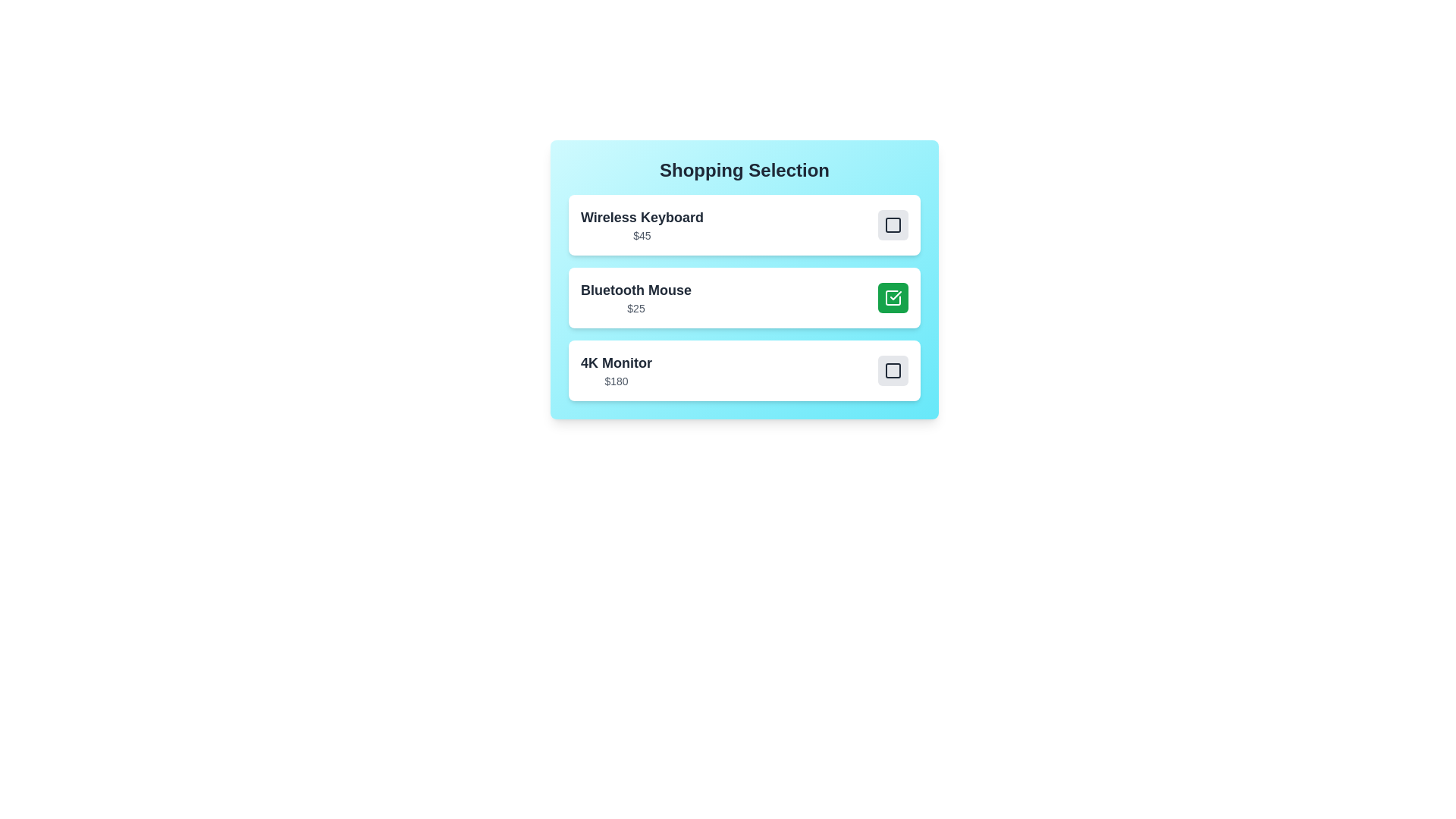  What do you see at coordinates (893, 225) in the screenshot?
I see `the Square icon or button associated with the 'Wireless Keyboard' item in the 'Shopping Selection' list` at bounding box center [893, 225].